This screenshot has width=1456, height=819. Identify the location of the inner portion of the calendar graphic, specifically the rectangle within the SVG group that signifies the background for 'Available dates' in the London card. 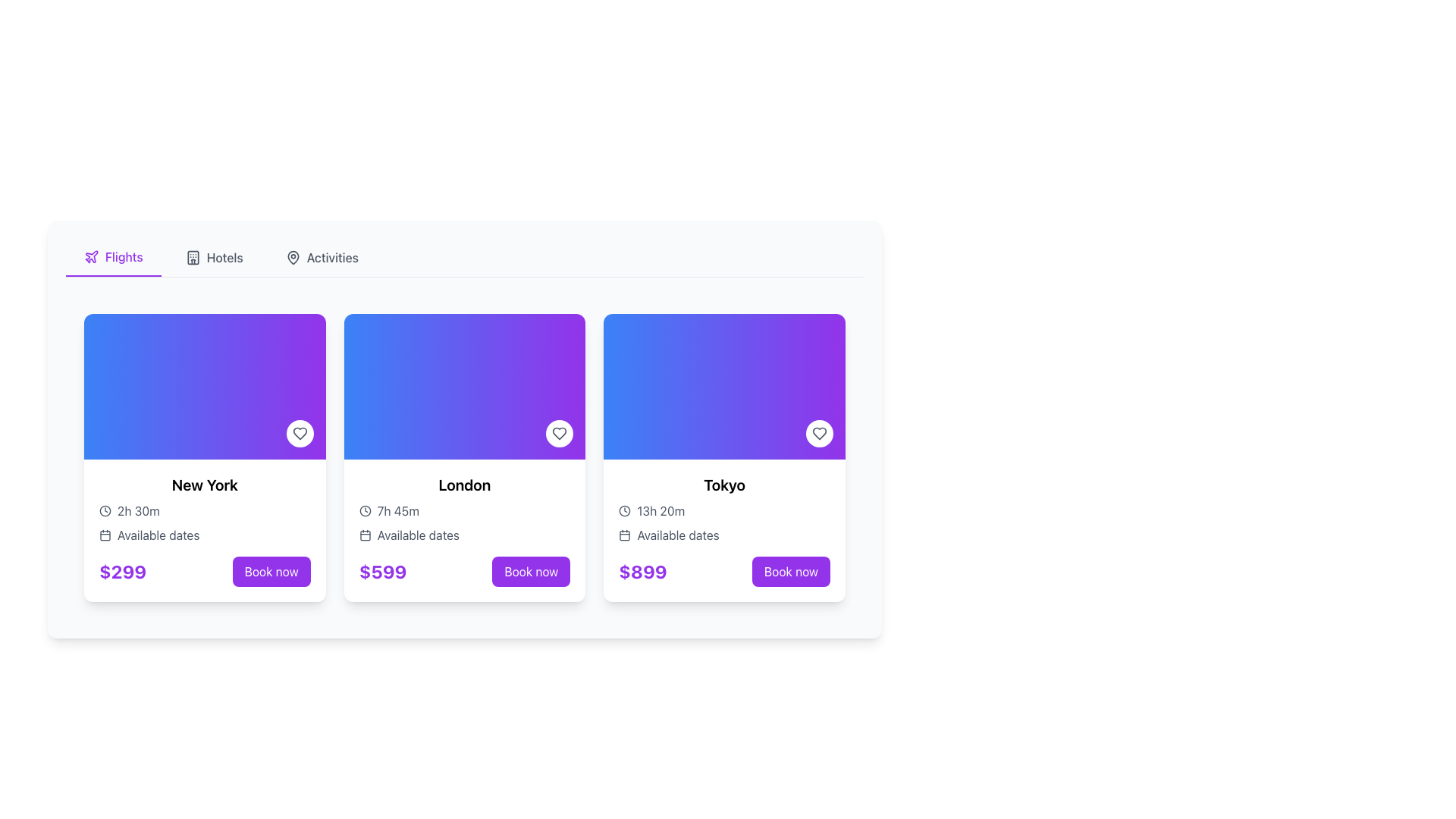
(365, 535).